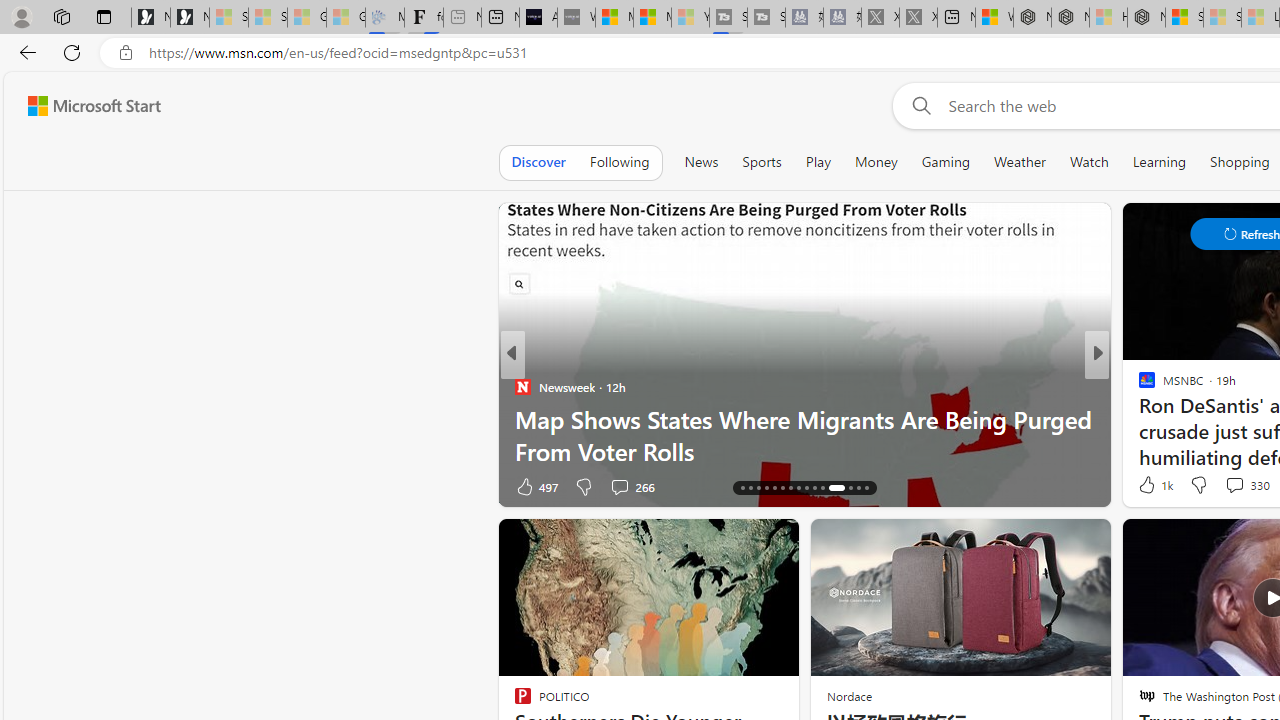 This screenshot has height=720, width=1280. Describe the element at coordinates (760, 161) in the screenshot. I see `'Sports'` at that location.